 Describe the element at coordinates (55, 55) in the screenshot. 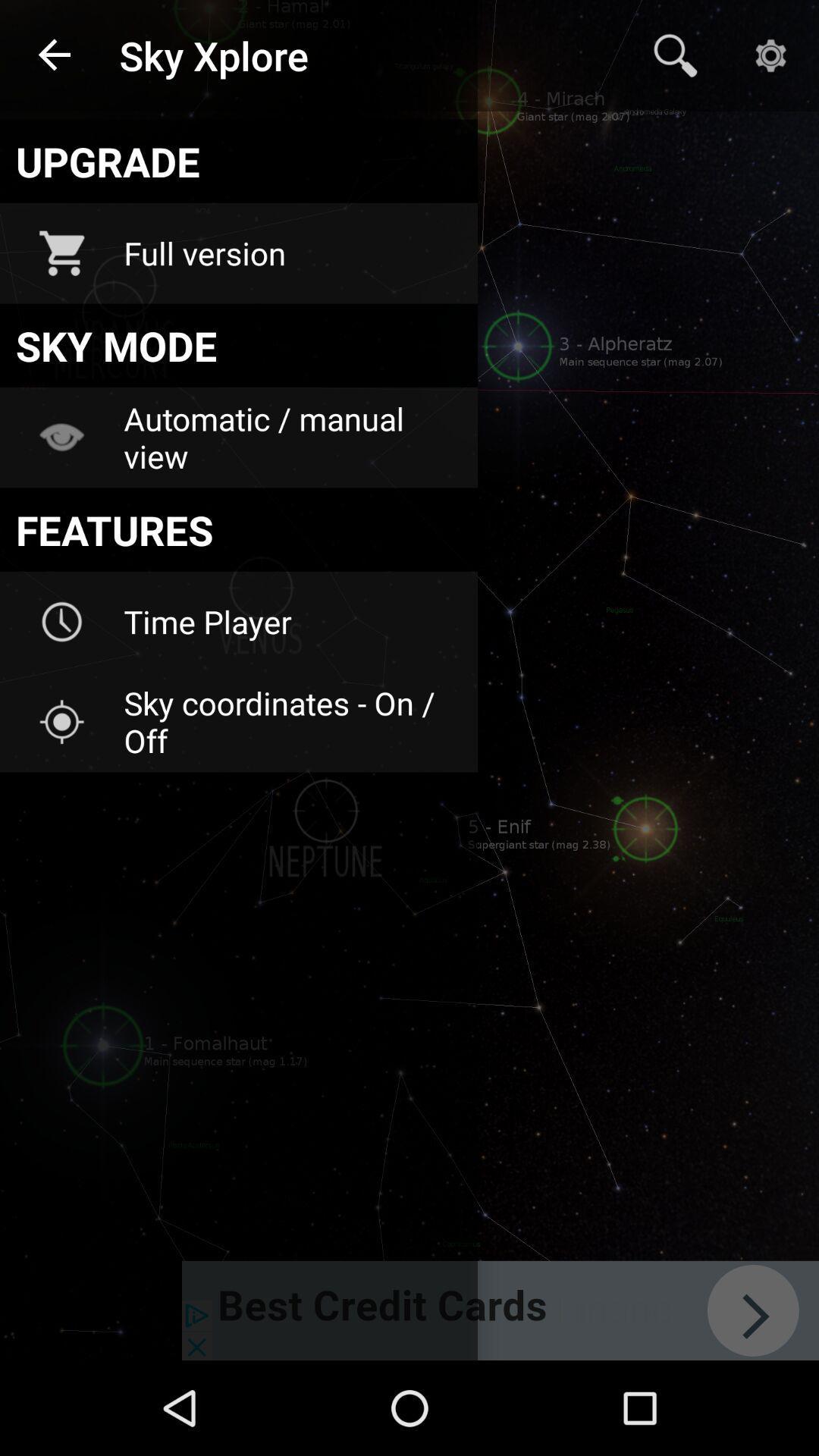

I see `the icon above upgrade icon` at that location.